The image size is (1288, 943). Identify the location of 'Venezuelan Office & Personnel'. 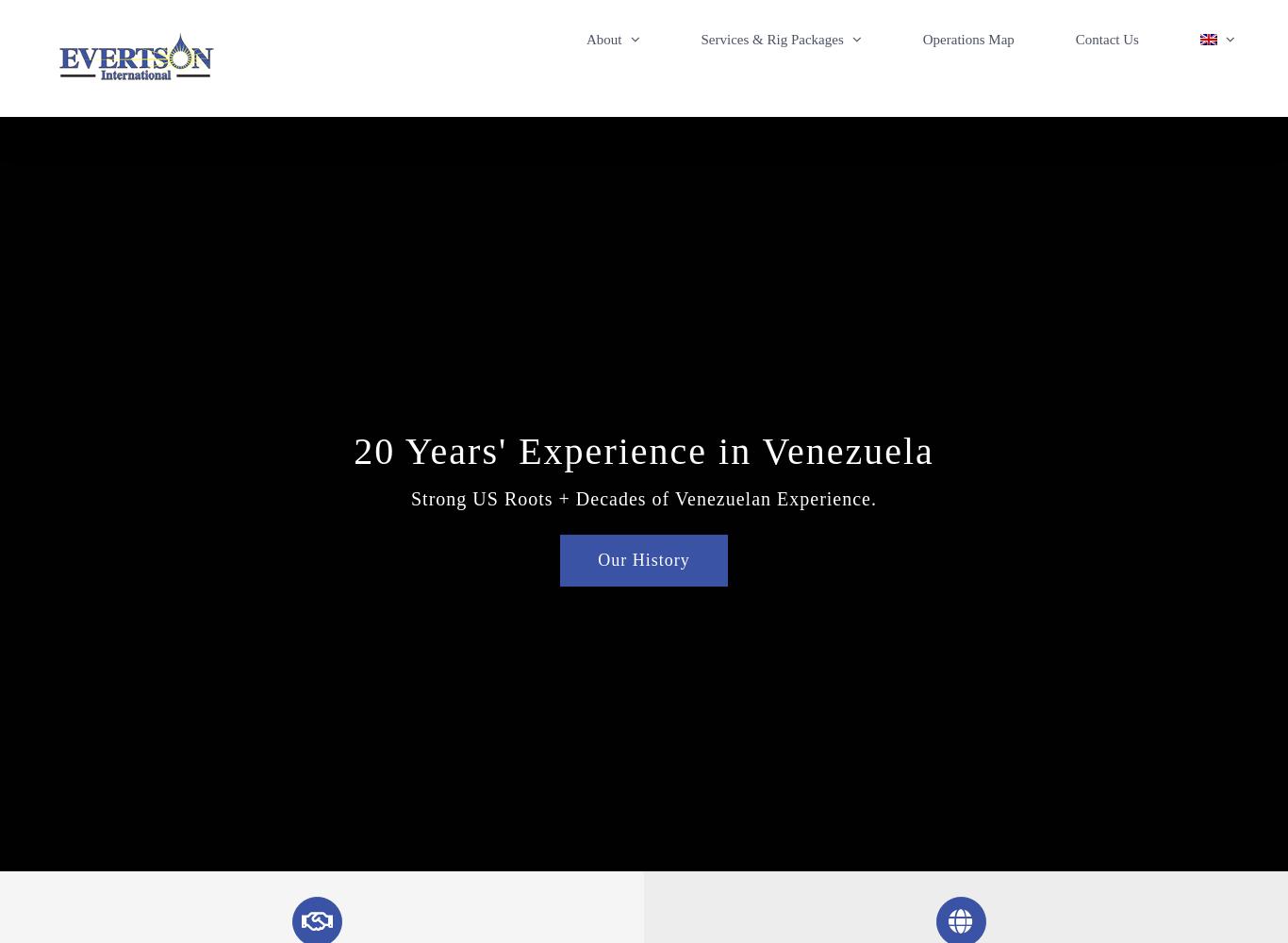
(704, 183).